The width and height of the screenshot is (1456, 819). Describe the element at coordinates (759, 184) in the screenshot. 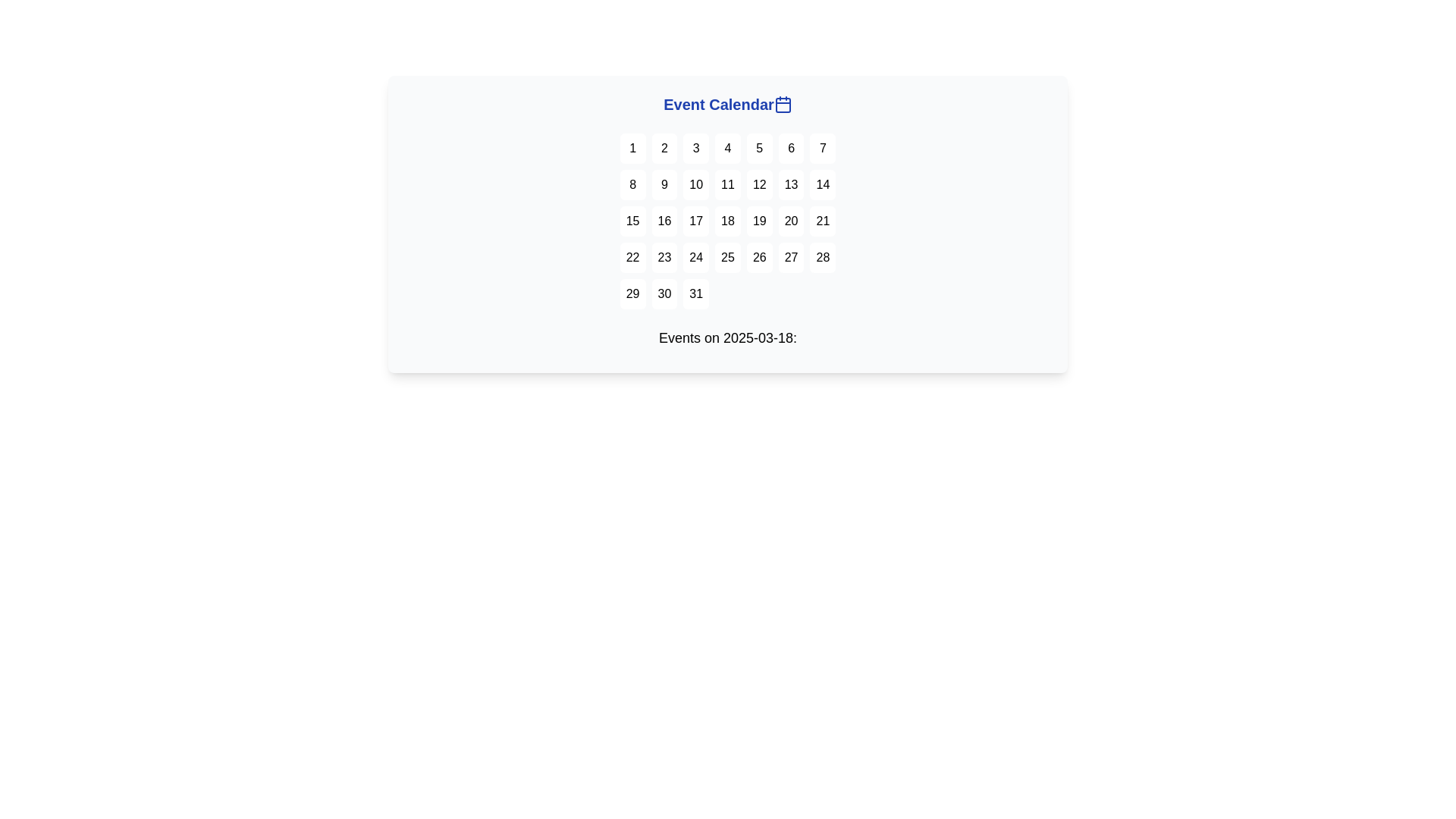

I see `the button representing day 12 in the monthly calendar view` at that location.